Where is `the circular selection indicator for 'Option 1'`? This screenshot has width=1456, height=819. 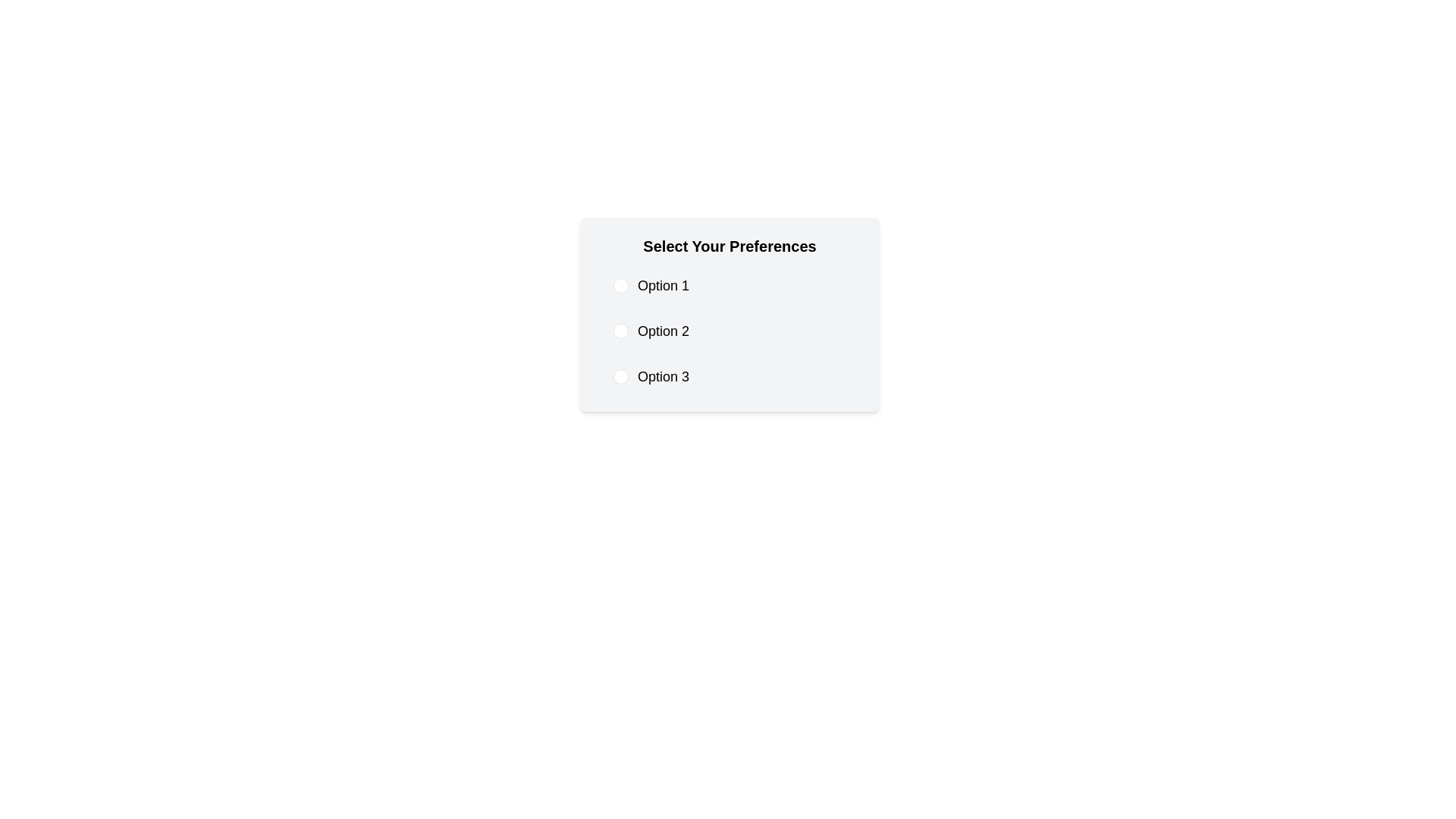
the circular selection indicator for 'Option 1' is located at coordinates (621, 286).